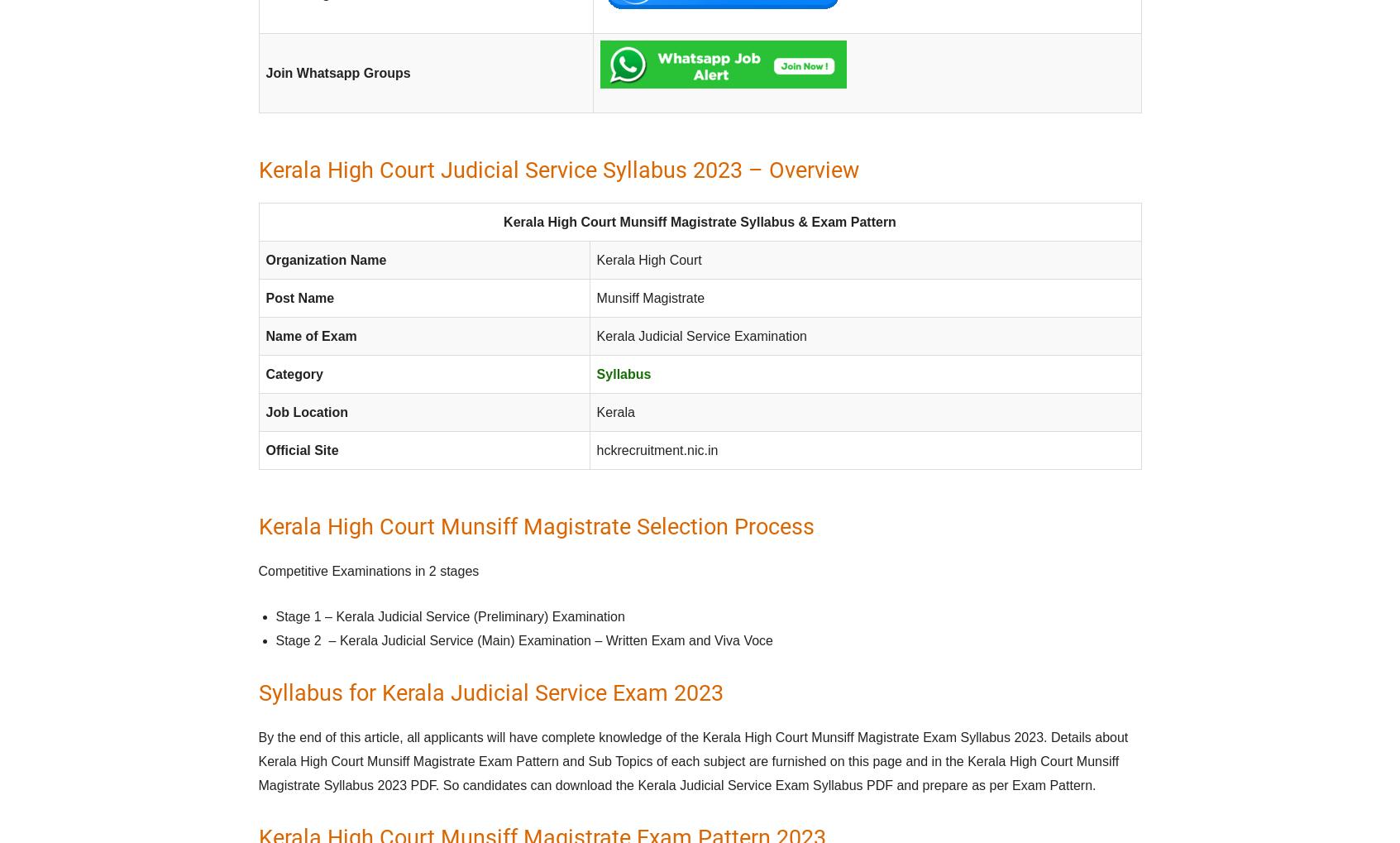 The image size is (1400, 843). Describe the element at coordinates (264, 298) in the screenshot. I see `'Post Name'` at that location.